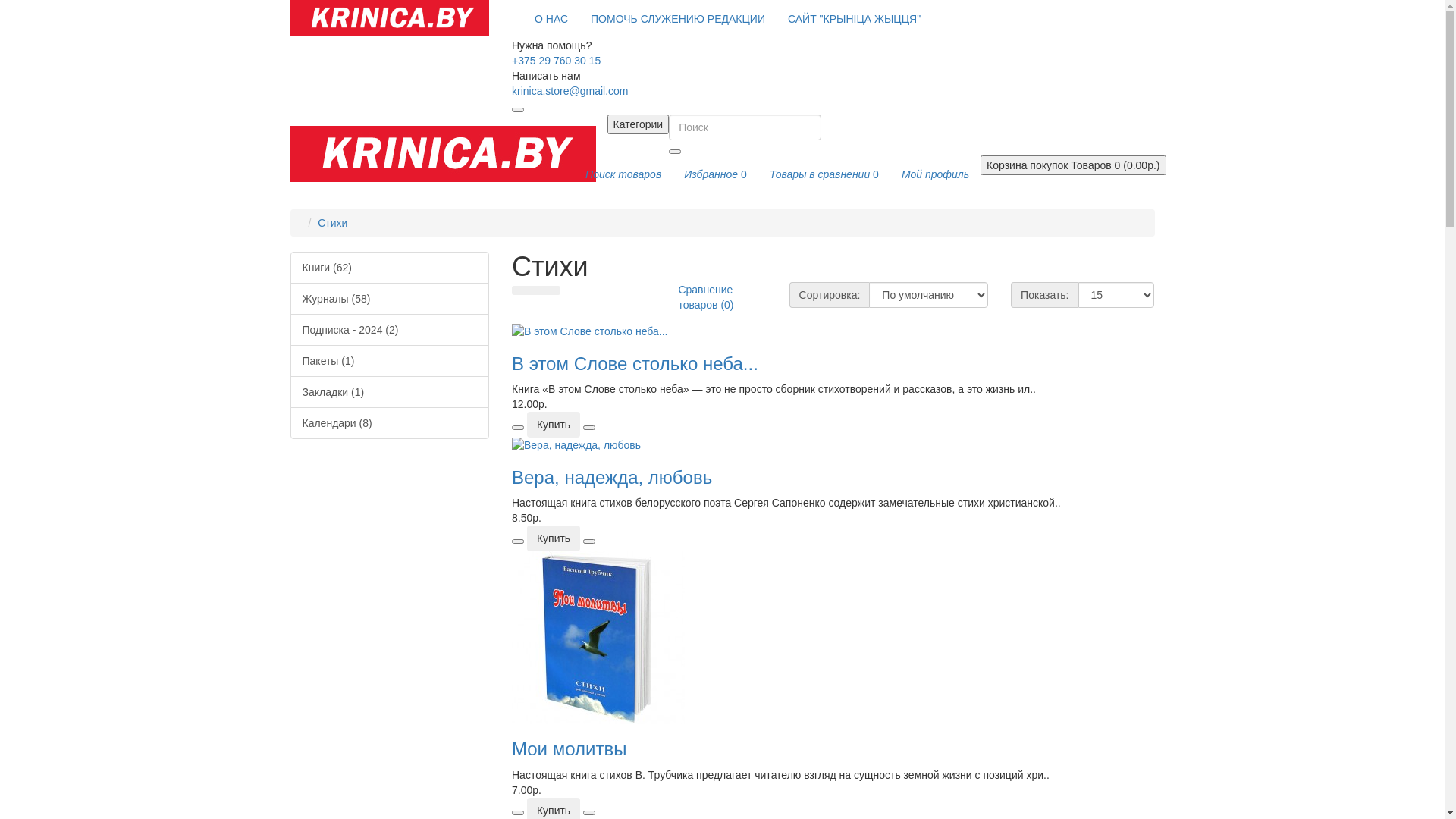 This screenshot has width=1456, height=819. Describe the element at coordinates (512, 60) in the screenshot. I see `'+375 29 760 30 15'` at that location.